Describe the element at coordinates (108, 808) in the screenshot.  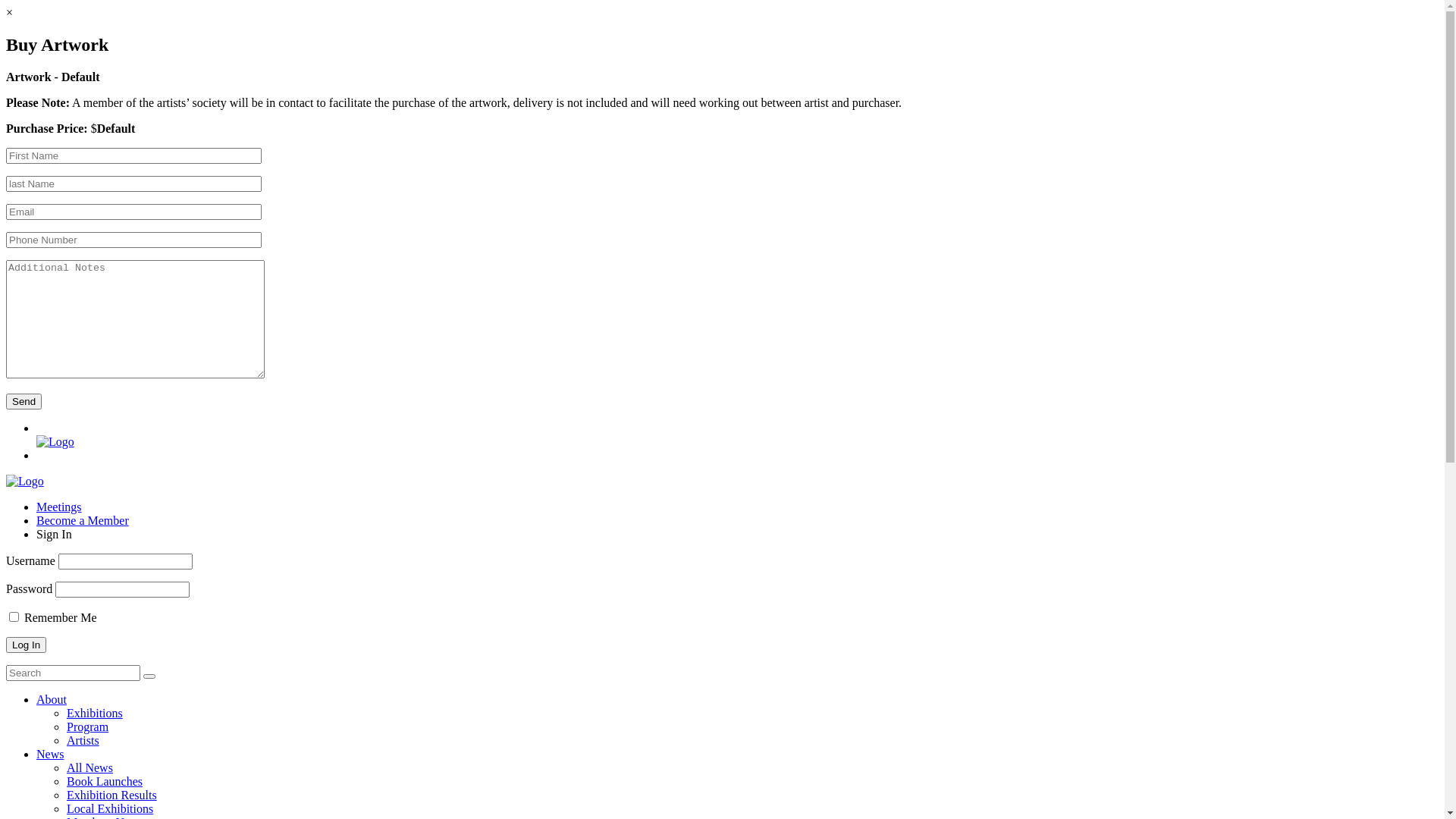
I see `'Local Exhibitions'` at that location.